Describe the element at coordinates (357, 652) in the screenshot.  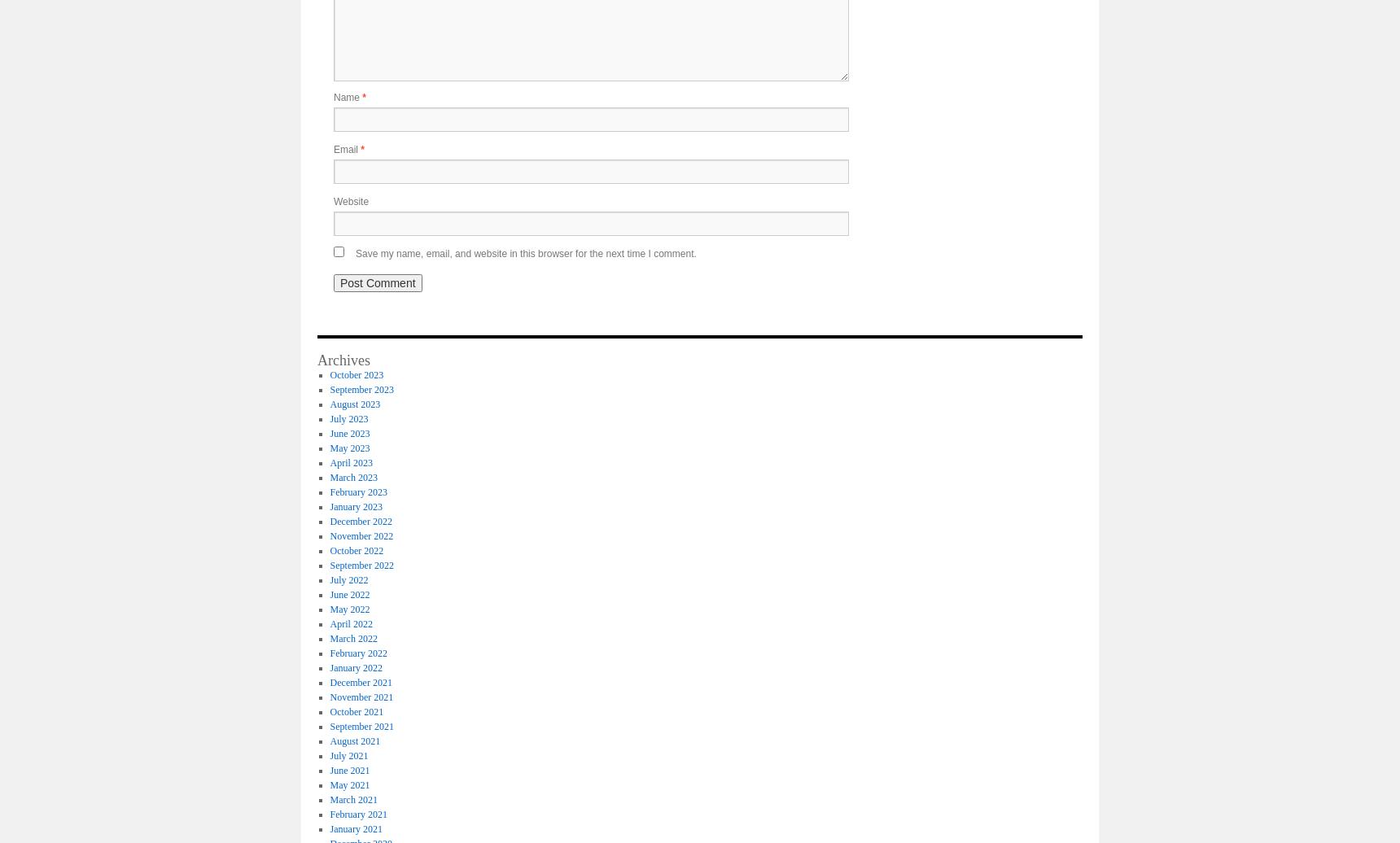
I see `'February 2022'` at that location.